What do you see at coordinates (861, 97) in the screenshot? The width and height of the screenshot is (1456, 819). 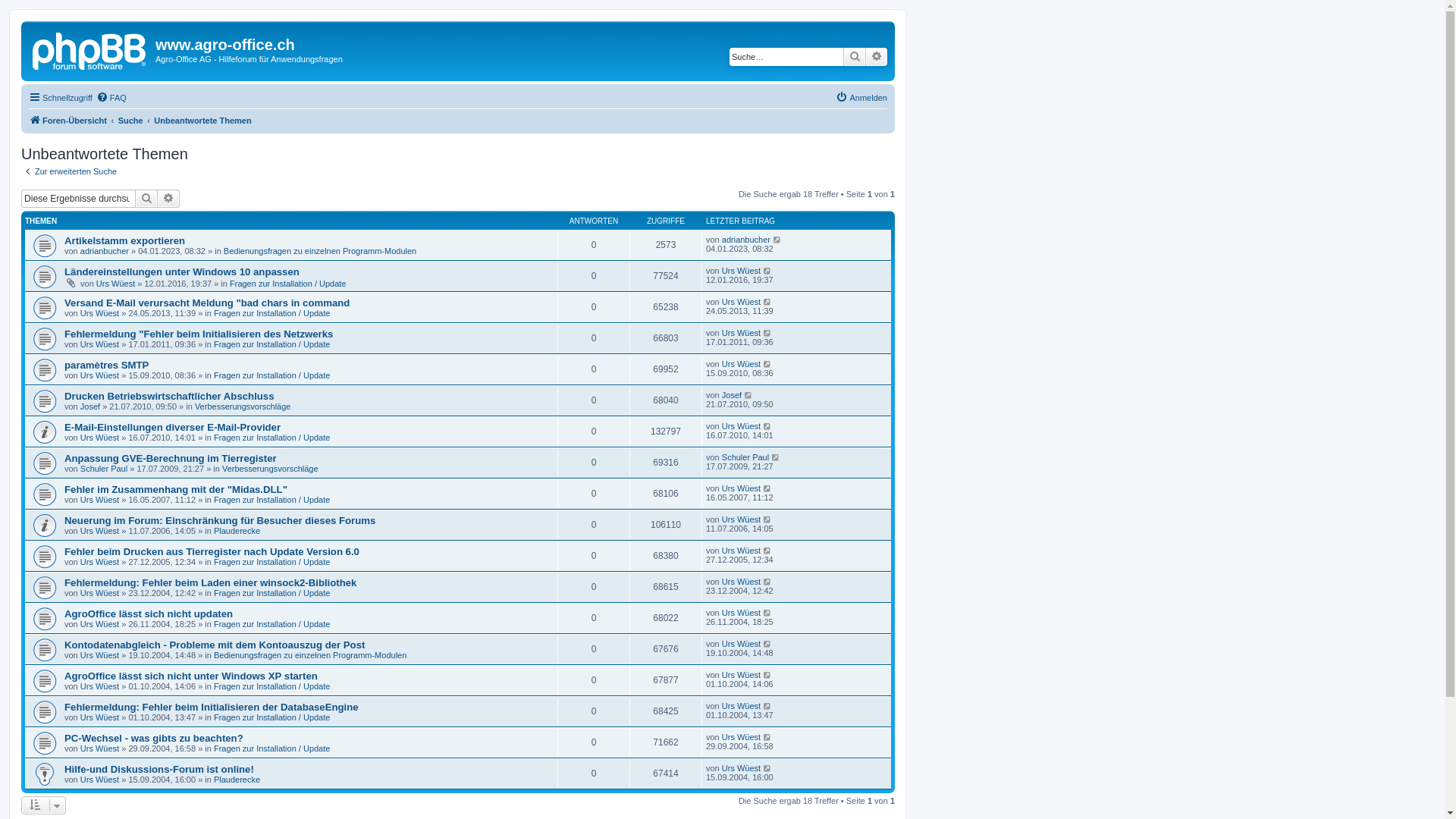 I see `'Anmelden'` at bounding box center [861, 97].